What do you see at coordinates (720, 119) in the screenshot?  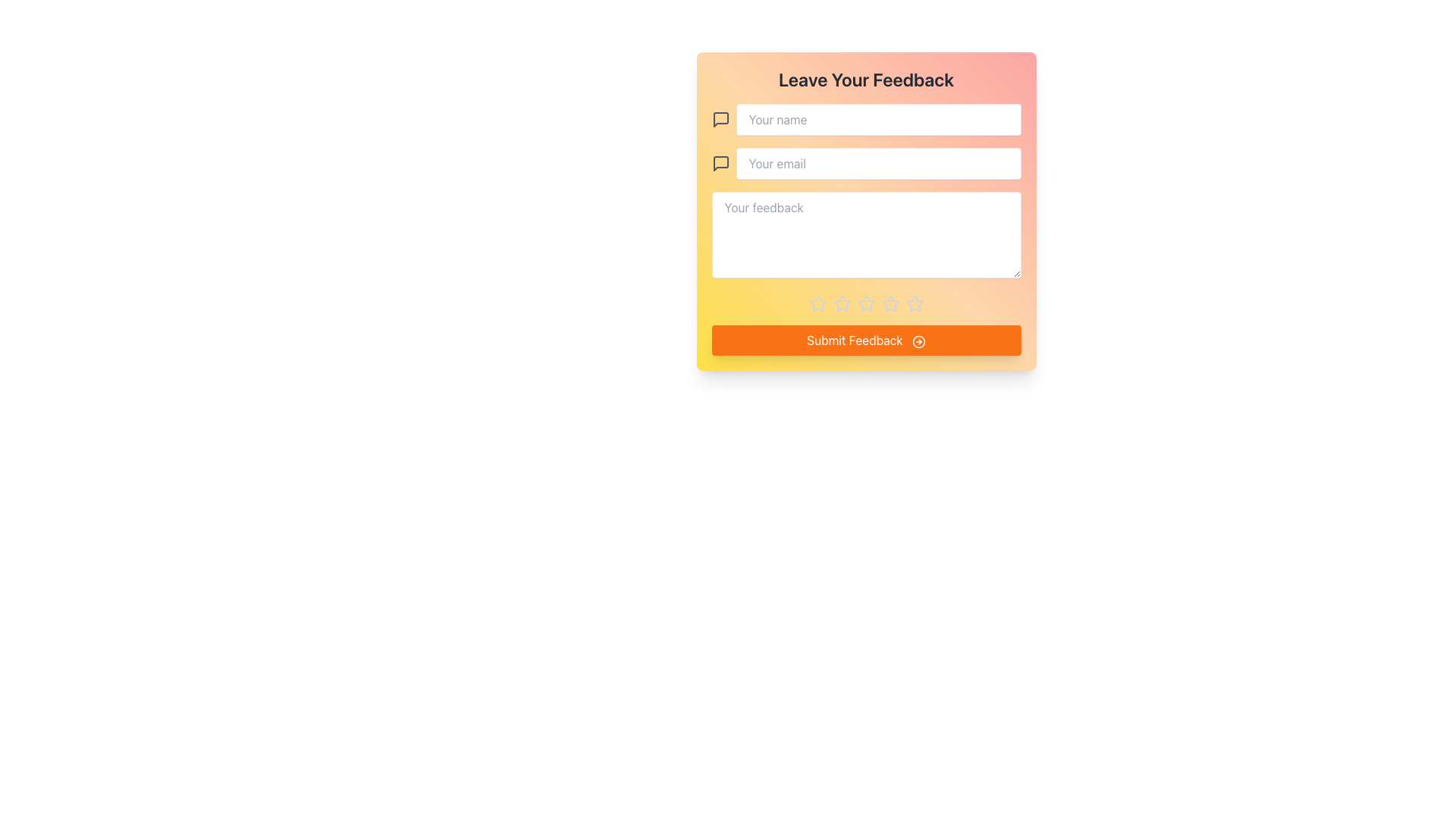 I see `the messaging-related icon located near the top left corner of the feedback form, adjacent to the 'Your email' input field and above the 'Your feedback' textbox` at bounding box center [720, 119].